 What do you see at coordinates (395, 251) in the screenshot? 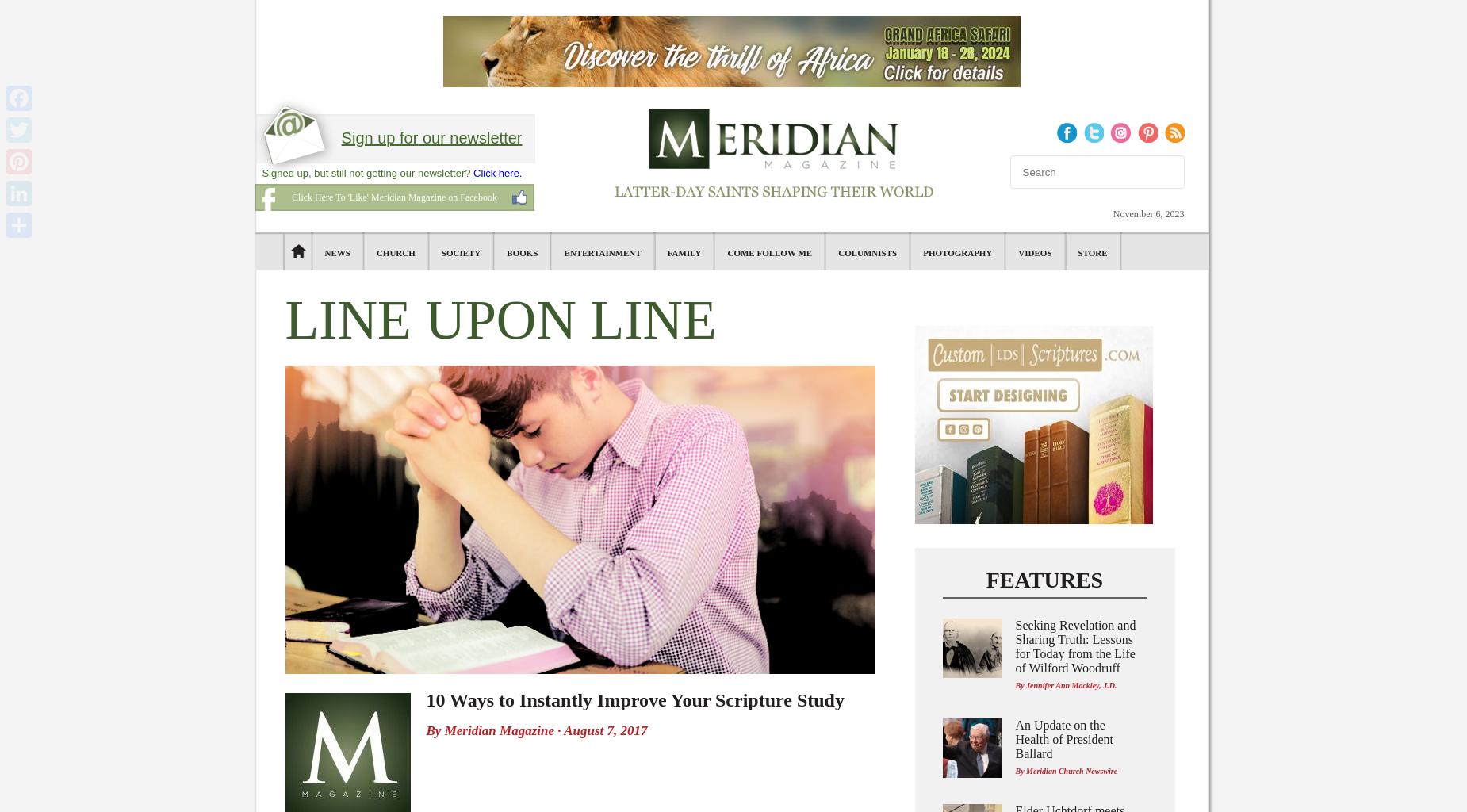
I see `'Church'` at bounding box center [395, 251].